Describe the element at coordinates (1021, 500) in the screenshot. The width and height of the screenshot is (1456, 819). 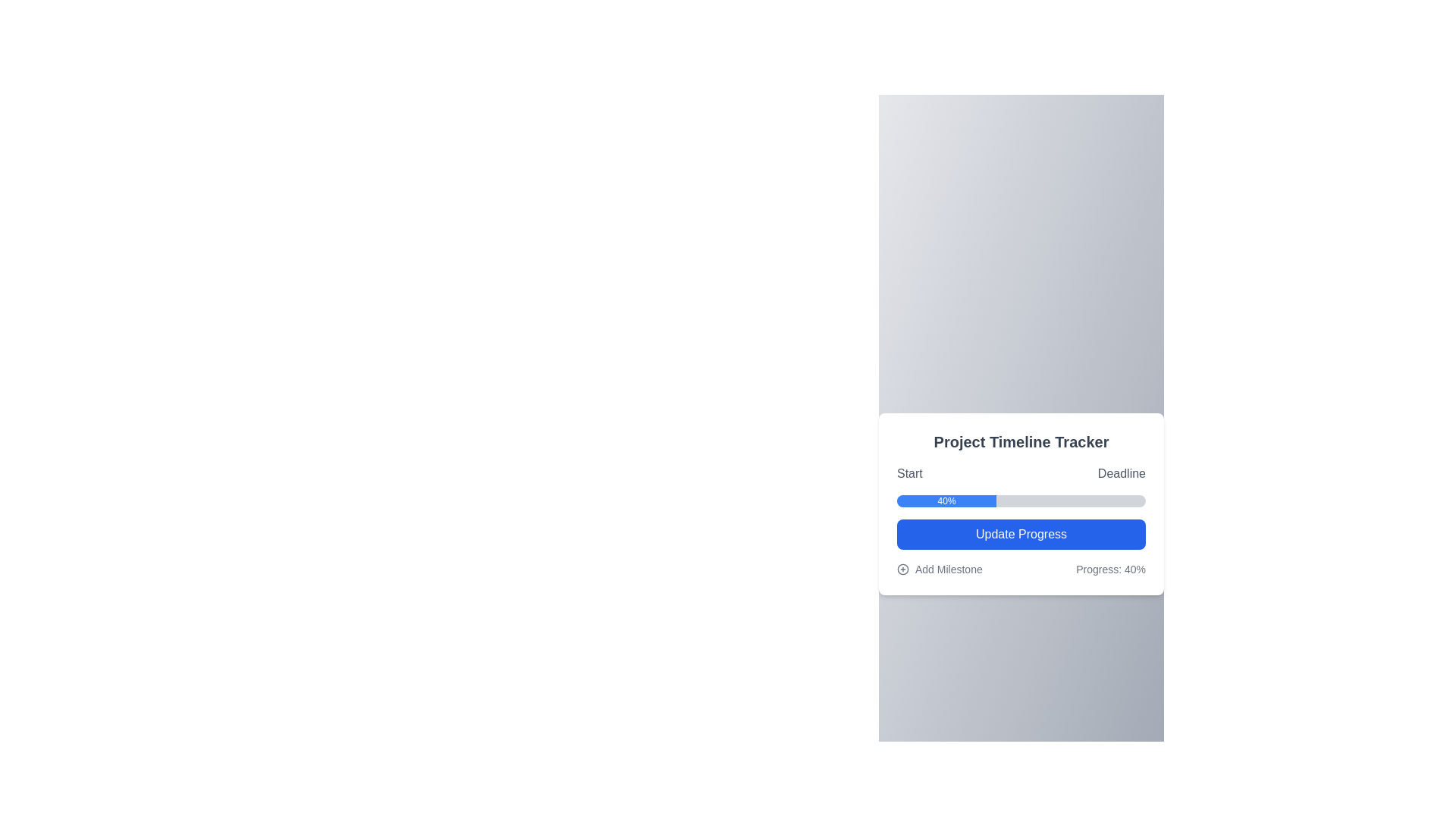
I see `the Progress Bar indicating a 40% completion rate, located in the Project Timeline Tracker card, below the 'Start' and 'Deadline' labels, and above the 'Update Progress' button` at that location.